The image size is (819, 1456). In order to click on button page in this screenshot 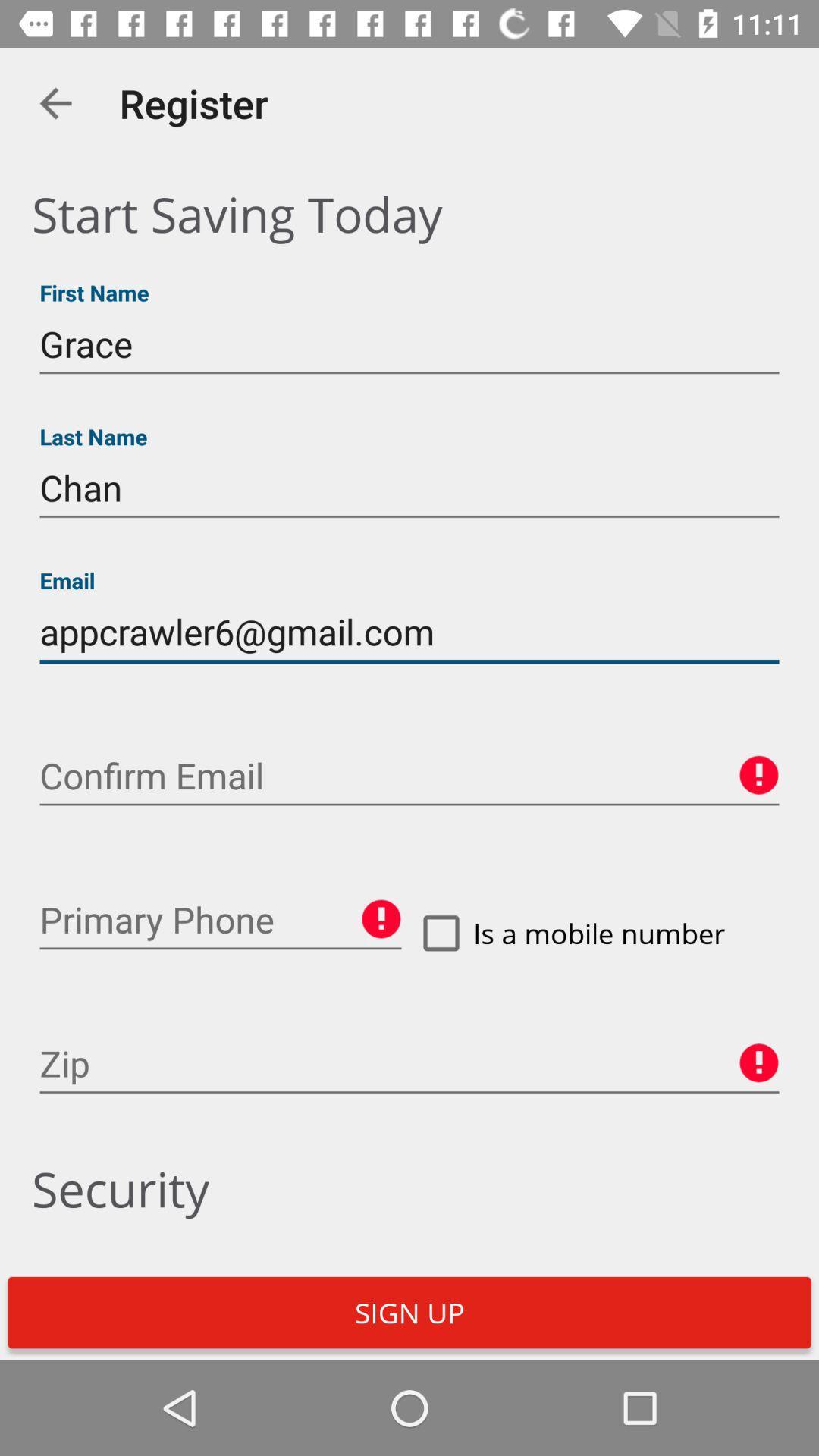, I will do `click(220, 919)`.